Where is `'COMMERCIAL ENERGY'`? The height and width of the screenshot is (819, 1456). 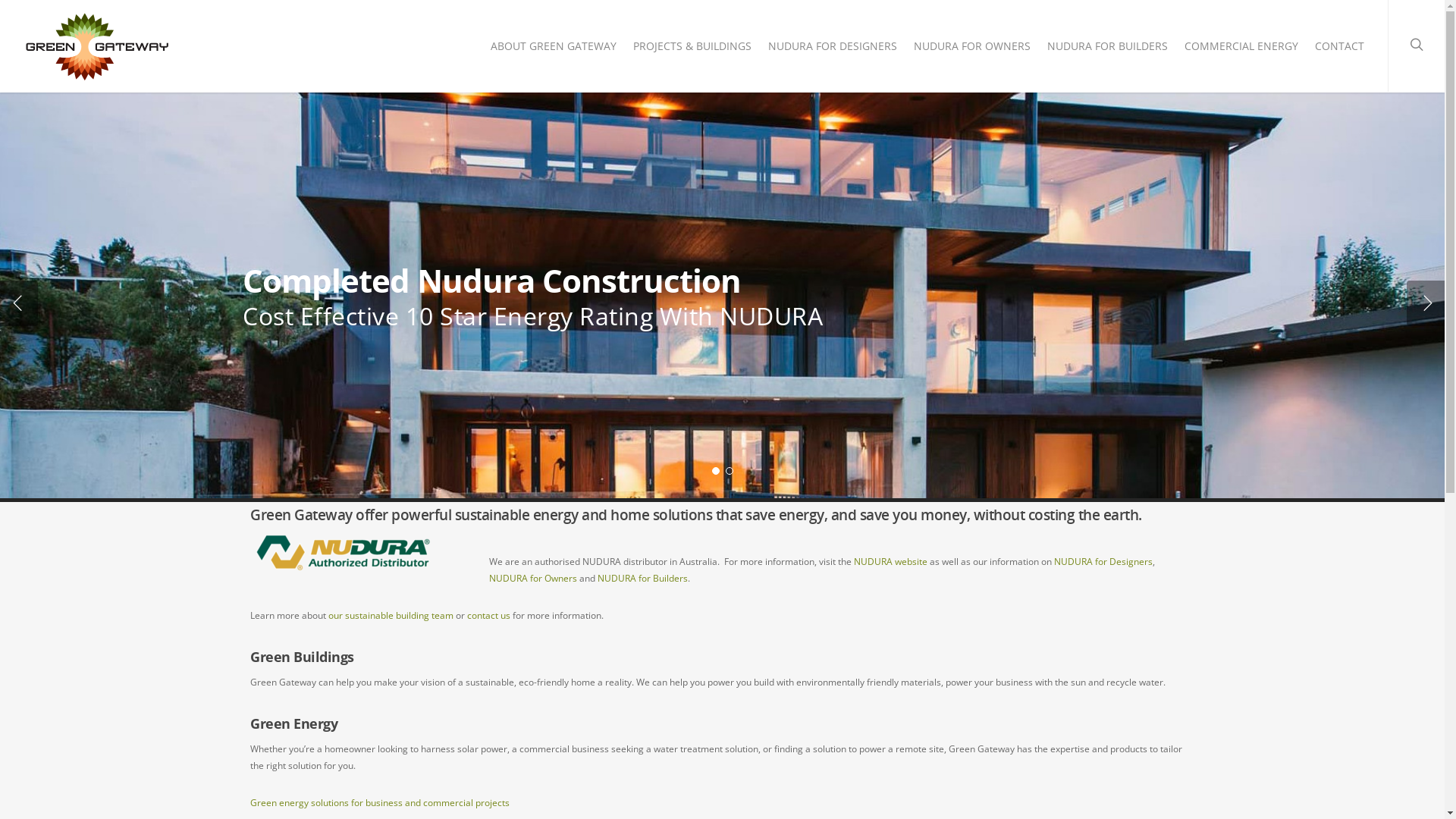
'COMMERCIAL ENERGY' is located at coordinates (1241, 49).